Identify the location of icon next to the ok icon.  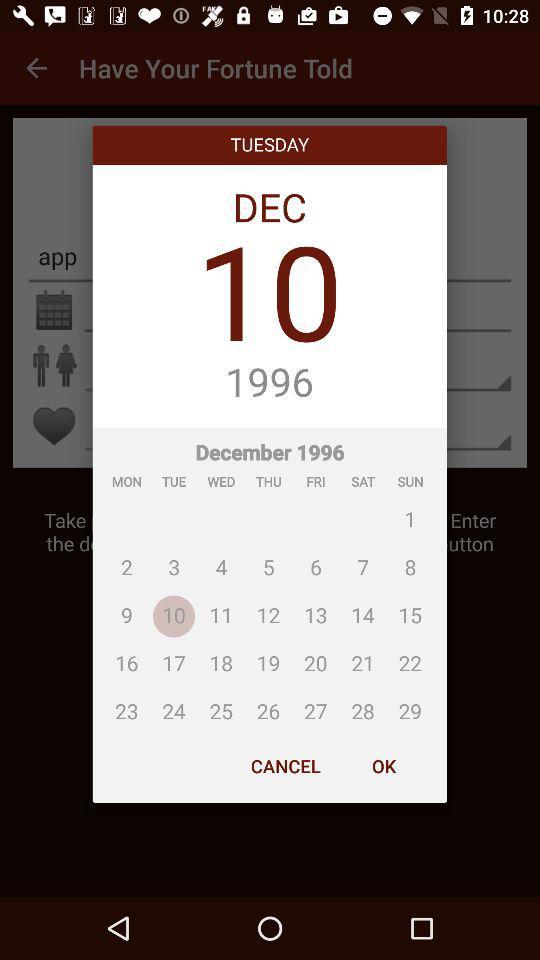
(284, 765).